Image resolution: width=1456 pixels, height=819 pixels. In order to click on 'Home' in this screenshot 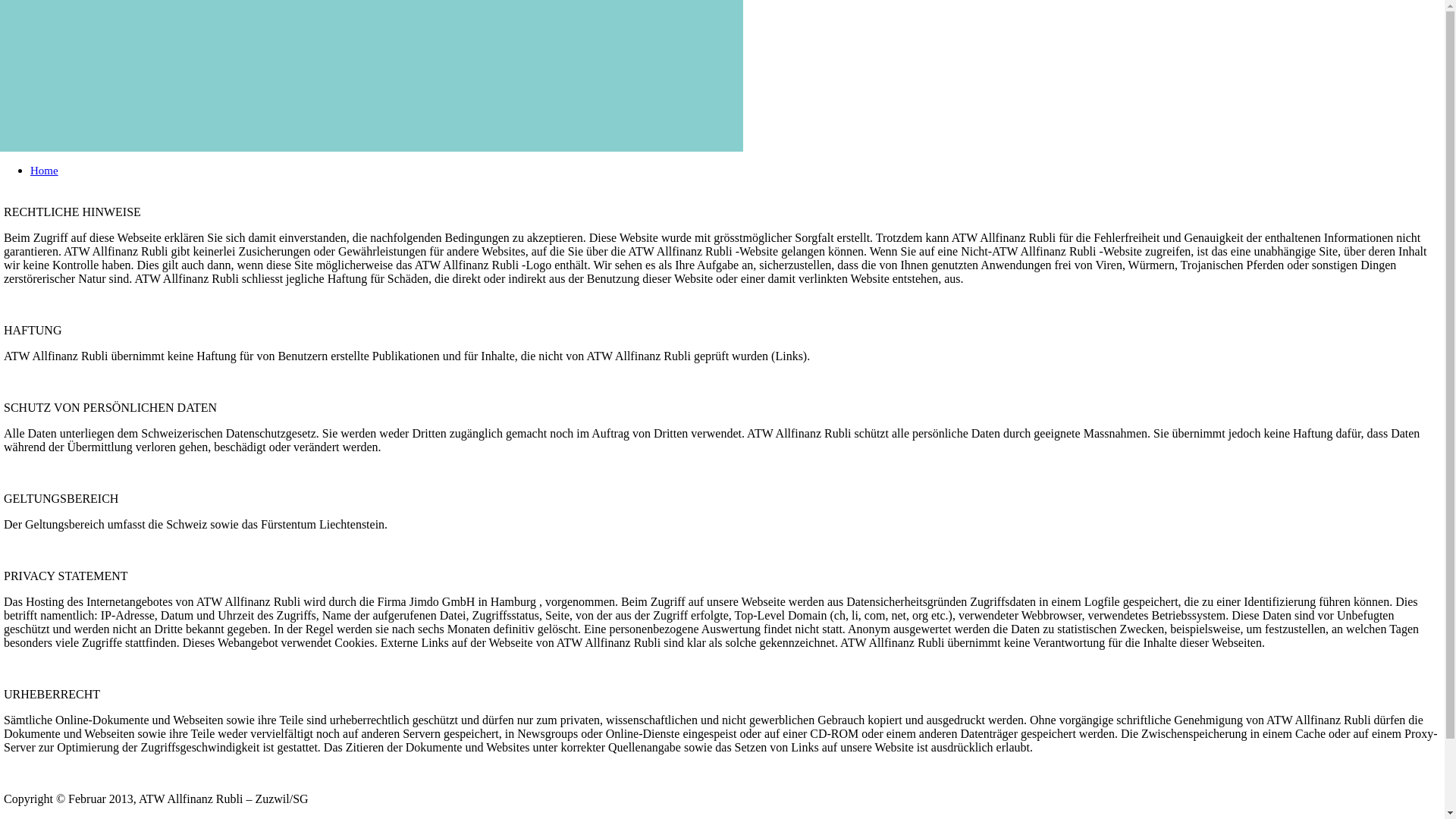, I will do `click(44, 170)`.